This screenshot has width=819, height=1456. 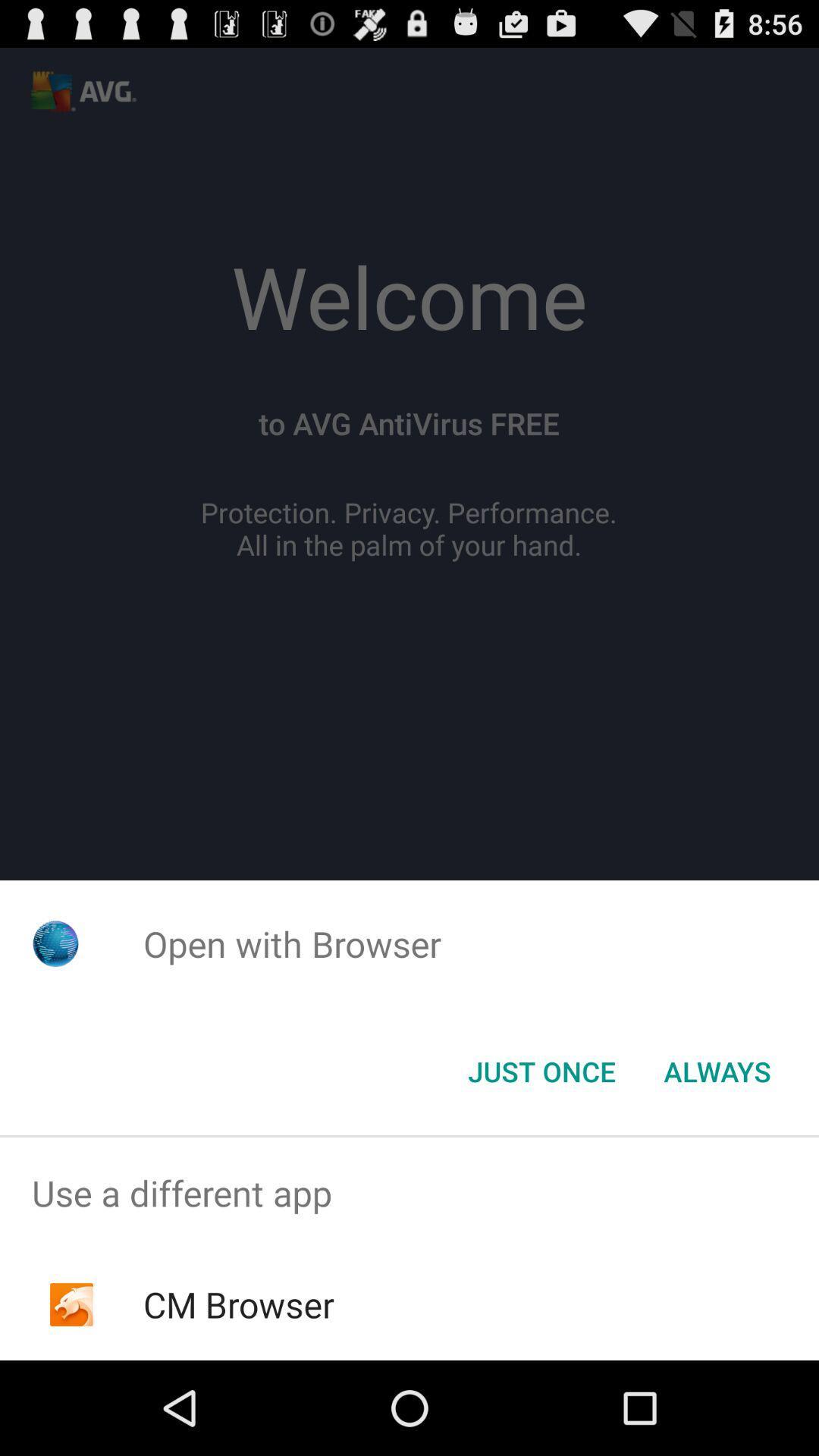 What do you see at coordinates (541, 1070) in the screenshot?
I see `the item below open with browser item` at bounding box center [541, 1070].